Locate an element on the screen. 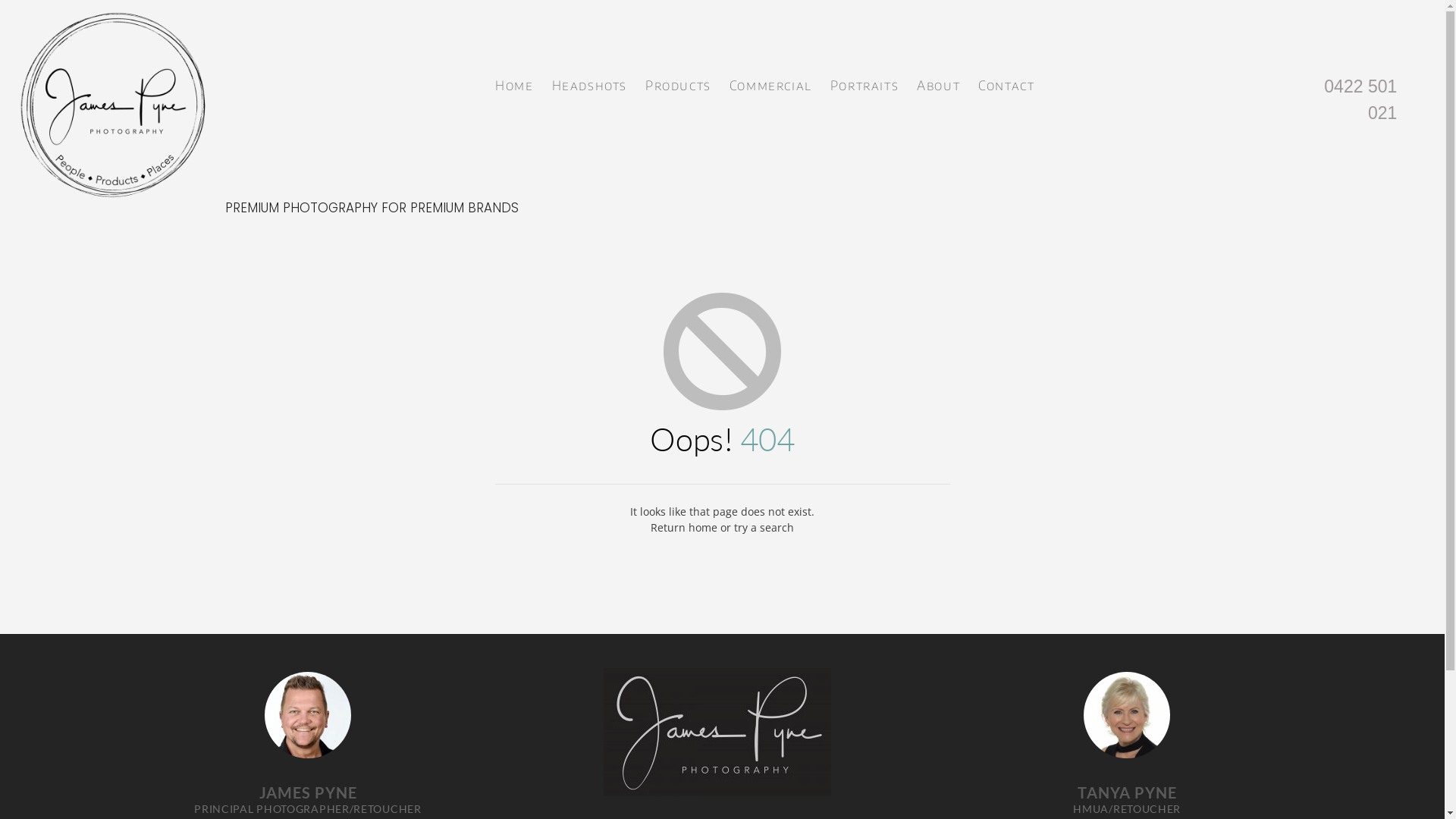 This screenshot has height=819, width=1456. 'Products' is located at coordinates (677, 82).